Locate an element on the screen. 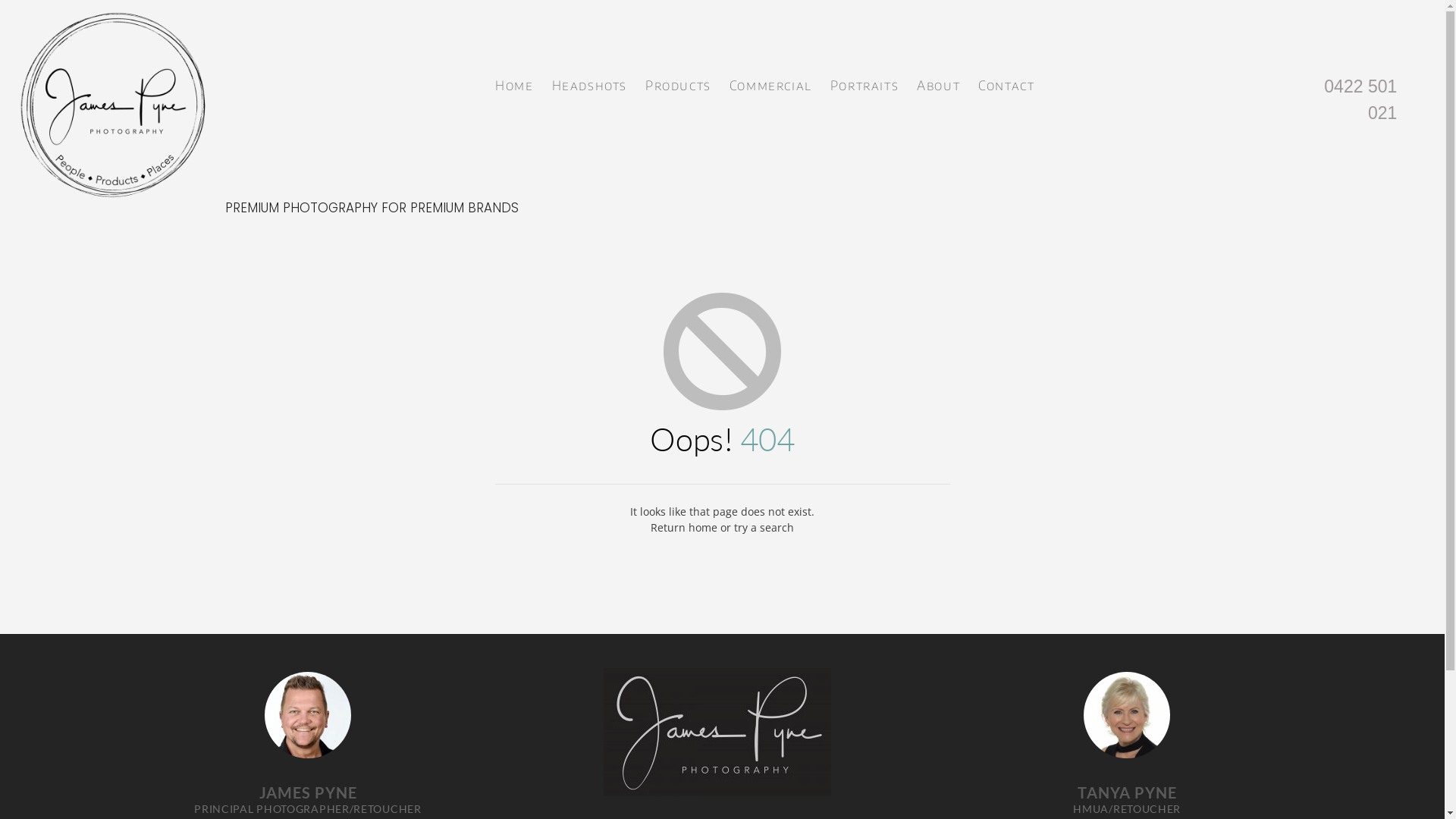 This screenshot has height=819, width=1456. 'Products' is located at coordinates (677, 82).